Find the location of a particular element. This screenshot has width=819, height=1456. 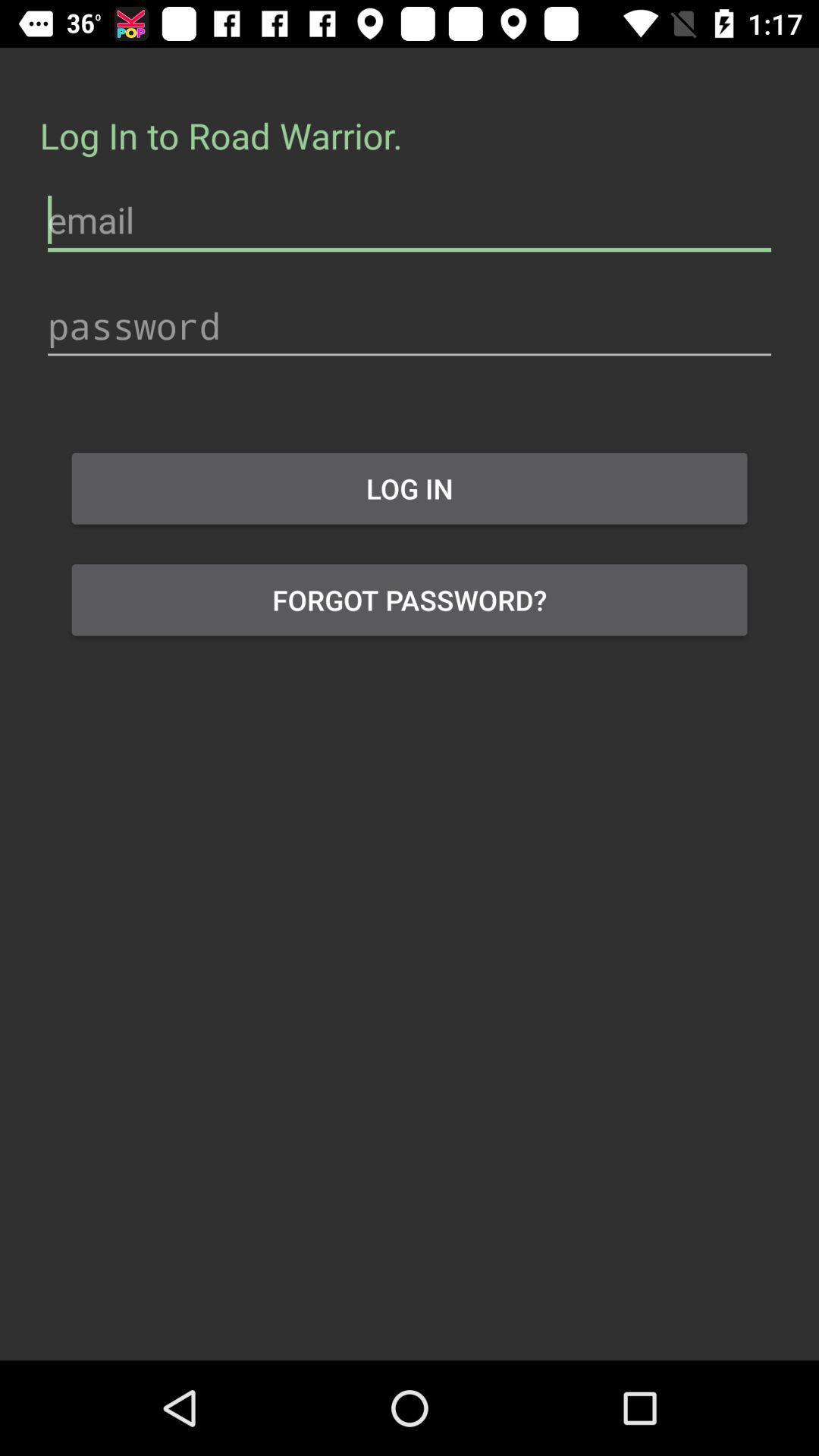

the forgot password? button is located at coordinates (409, 599).